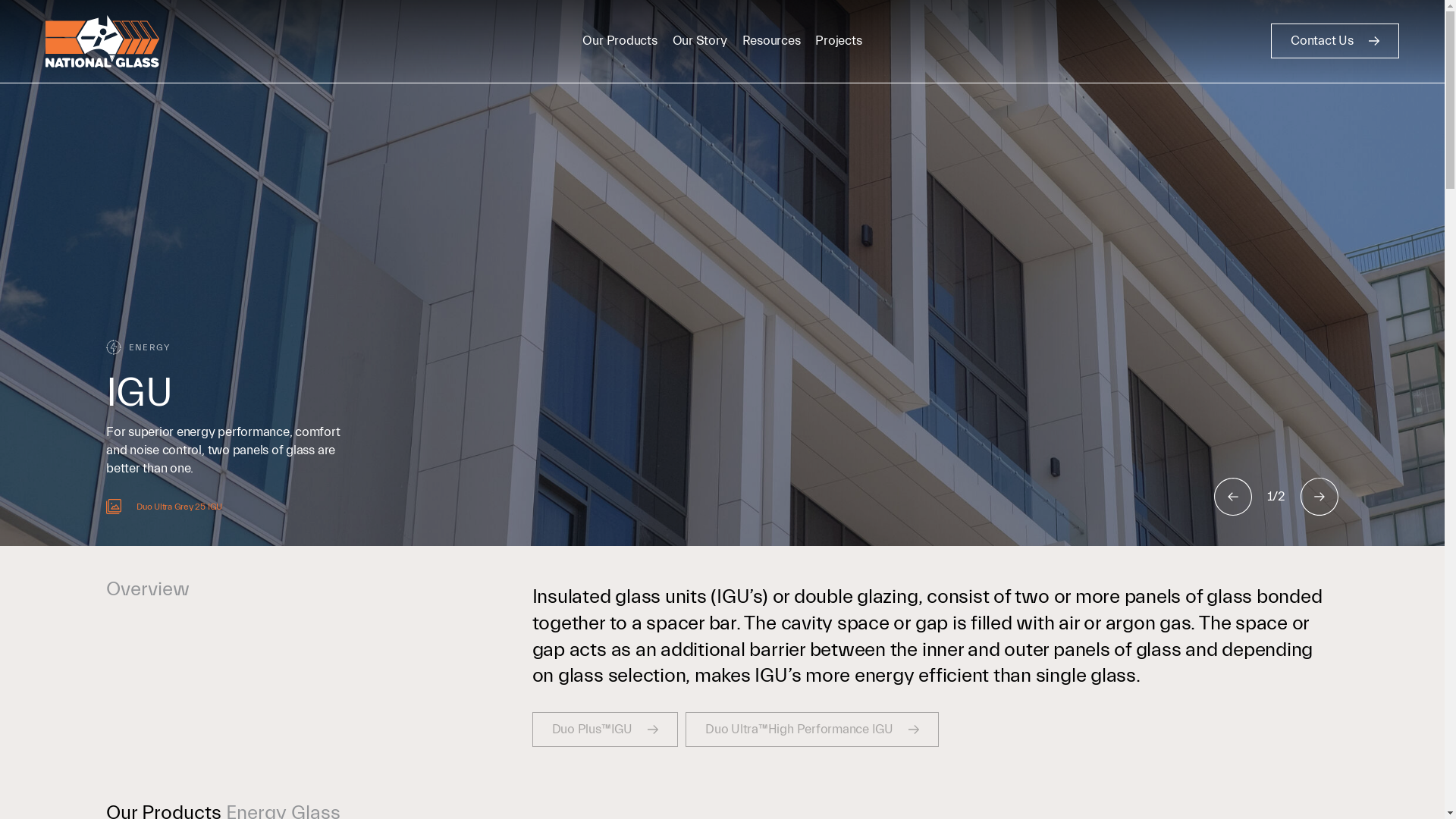  What do you see at coordinates (837, 39) in the screenshot?
I see `'Projects'` at bounding box center [837, 39].